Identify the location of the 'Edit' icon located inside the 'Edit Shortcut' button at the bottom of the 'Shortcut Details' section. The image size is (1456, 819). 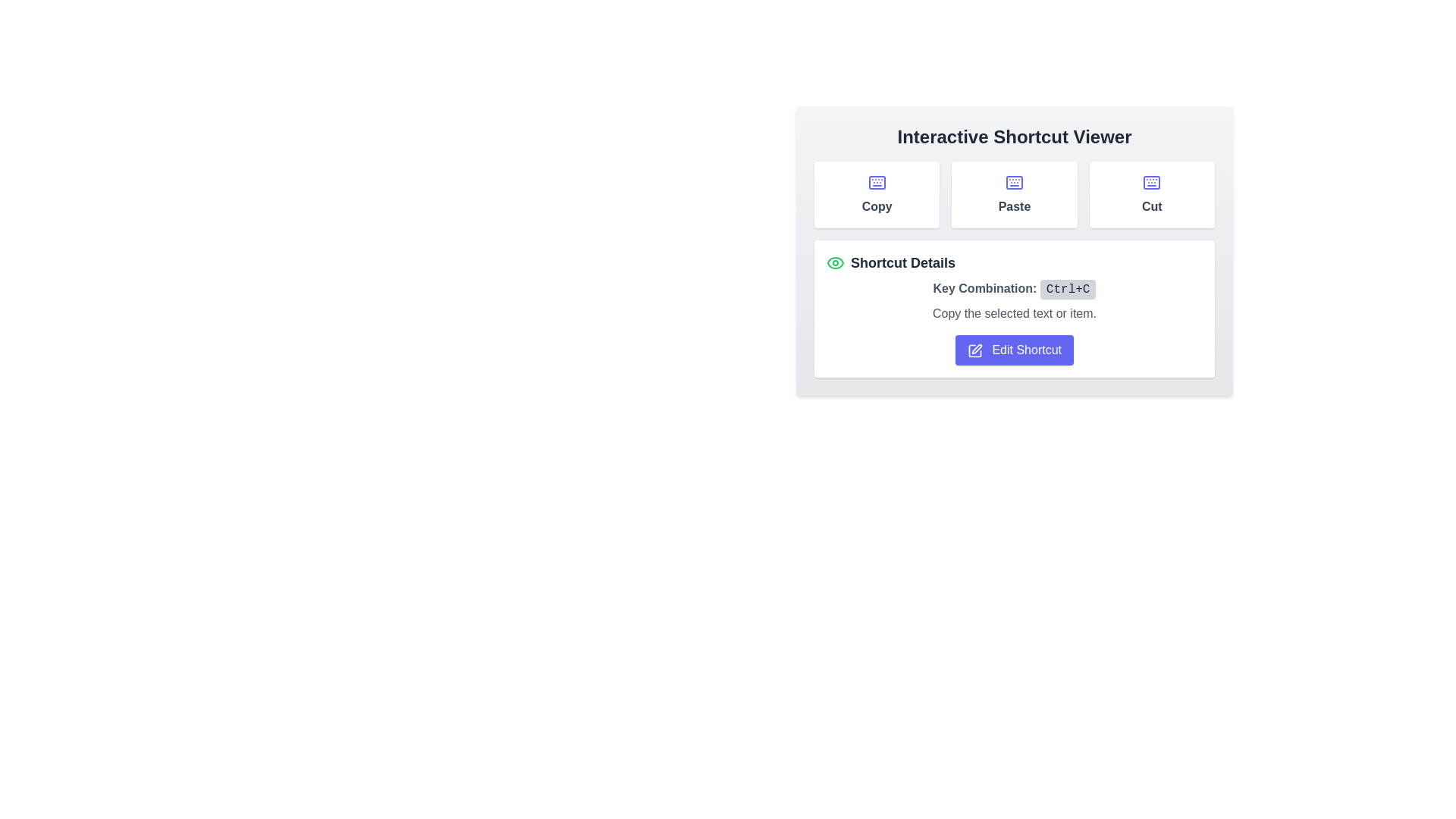
(975, 350).